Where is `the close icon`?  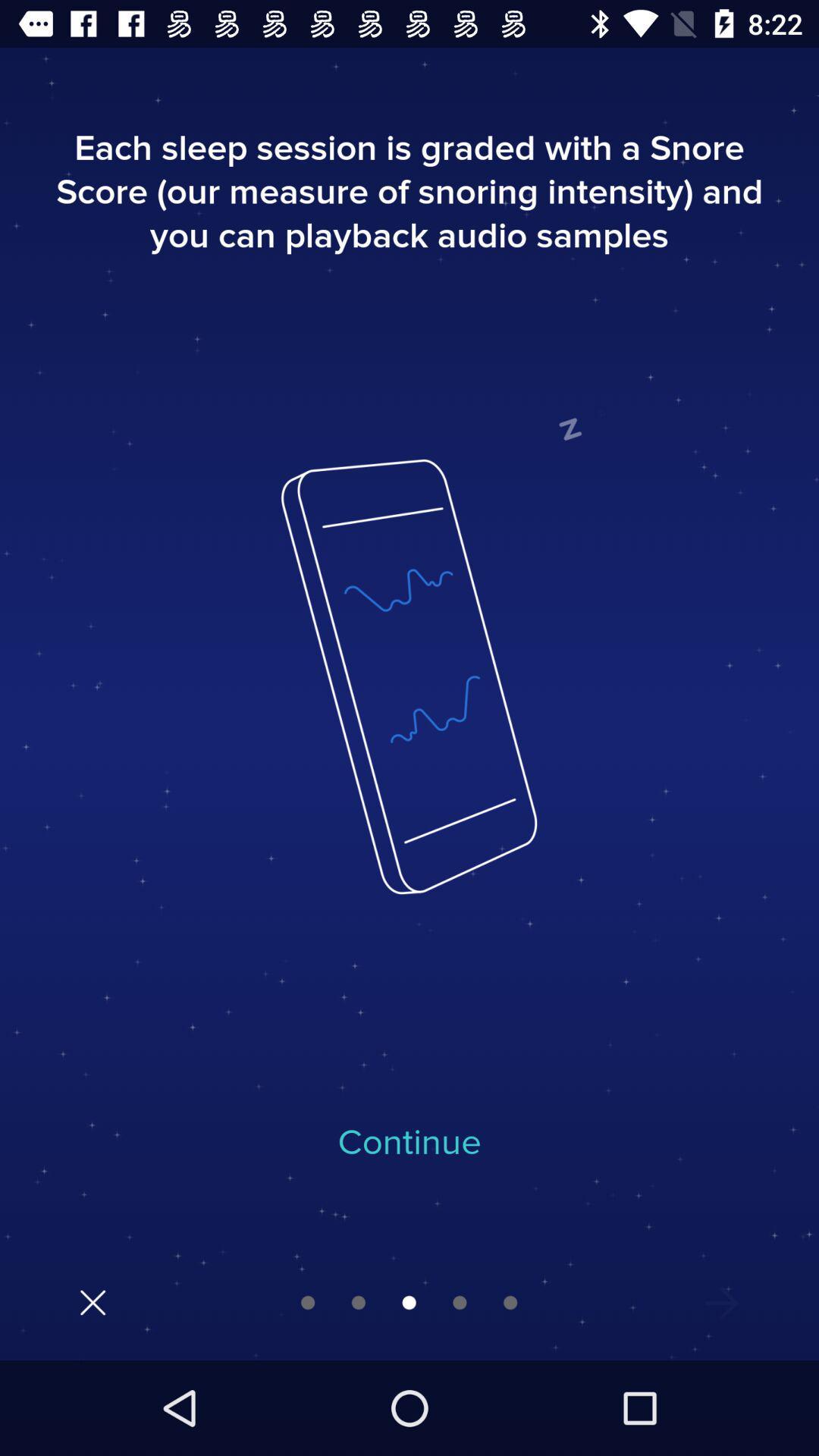
the close icon is located at coordinates (93, 1301).